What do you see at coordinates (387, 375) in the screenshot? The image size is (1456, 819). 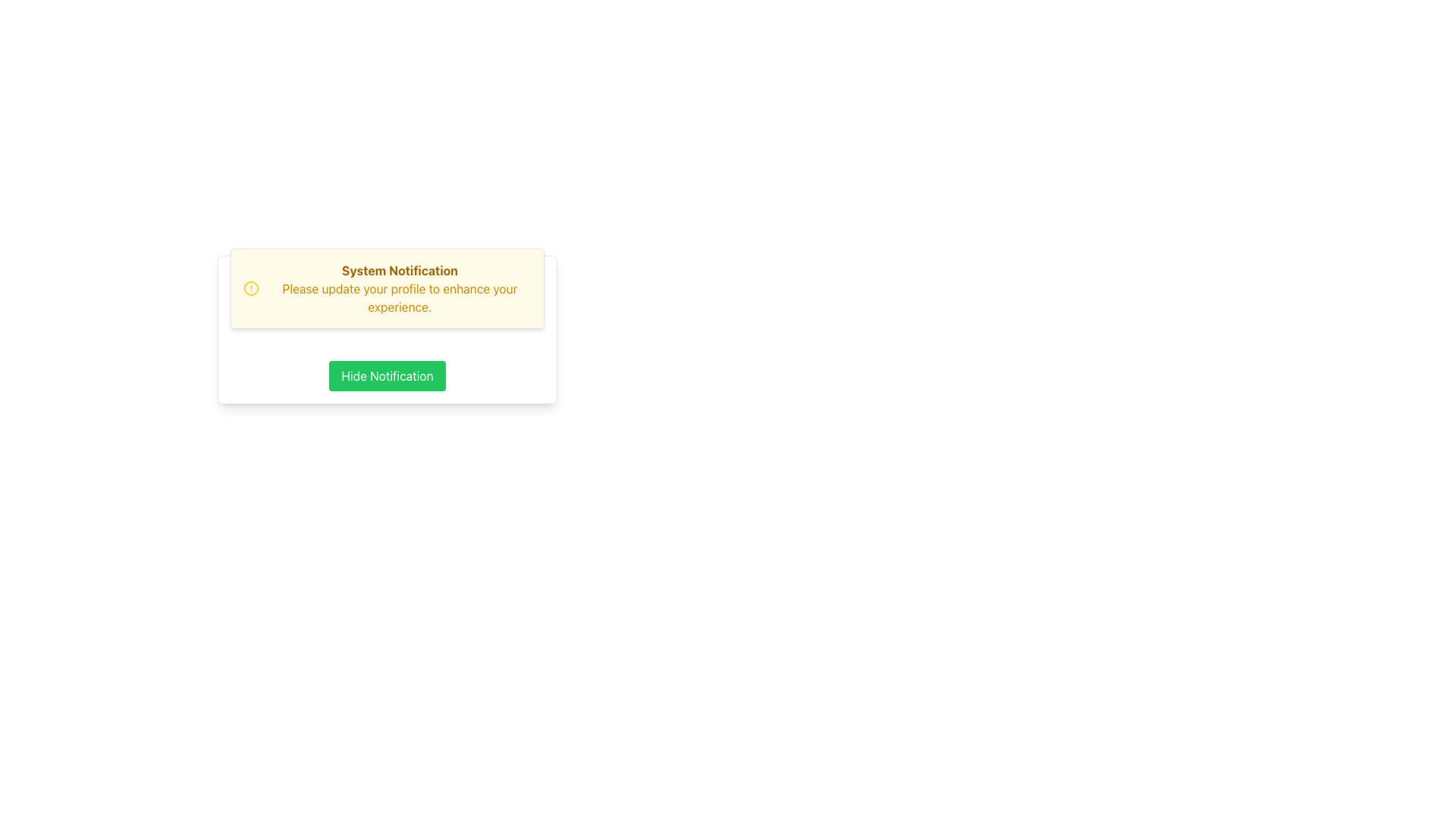 I see `the dismiss button located at the bottom of the white bordered card to hide the notification message above it` at bounding box center [387, 375].